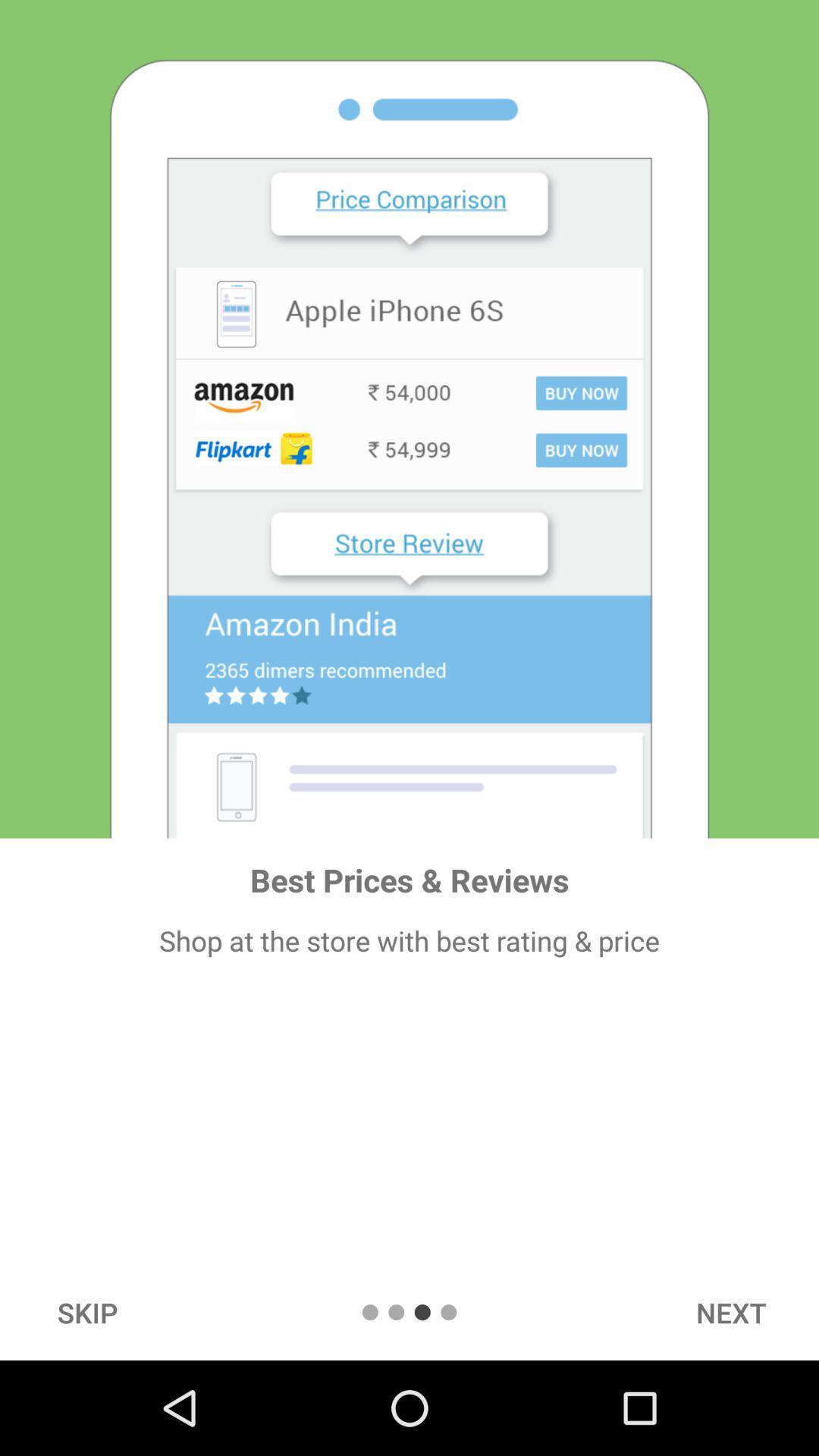  What do you see at coordinates (87, 1312) in the screenshot?
I see `the skip` at bounding box center [87, 1312].